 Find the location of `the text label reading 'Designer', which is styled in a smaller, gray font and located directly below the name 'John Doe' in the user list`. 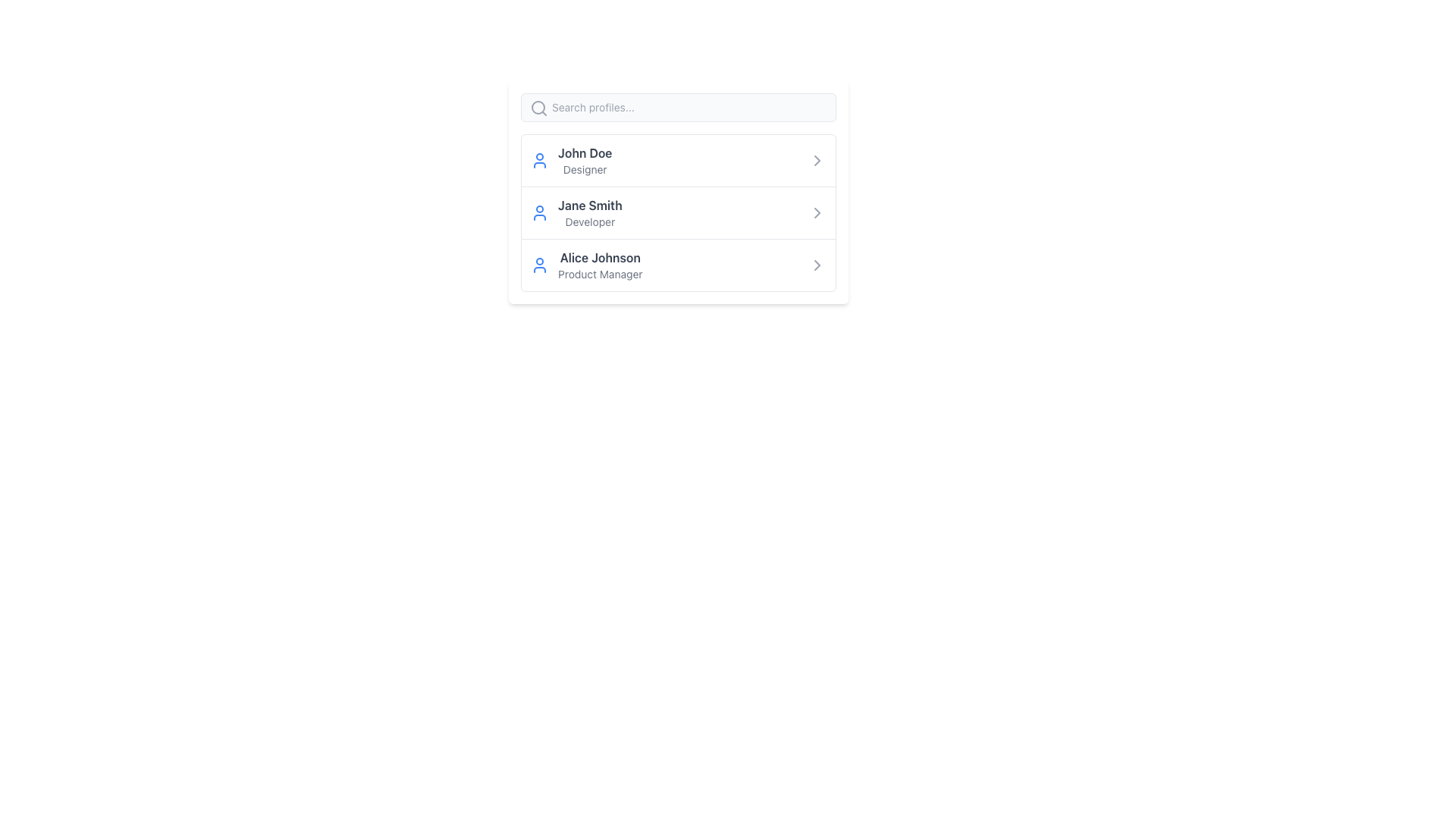

the text label reading 'Designer', which is styled in a smaller, gray font and located directly below the name 'John Doe' in the user list is located at coordinates (584, 169).